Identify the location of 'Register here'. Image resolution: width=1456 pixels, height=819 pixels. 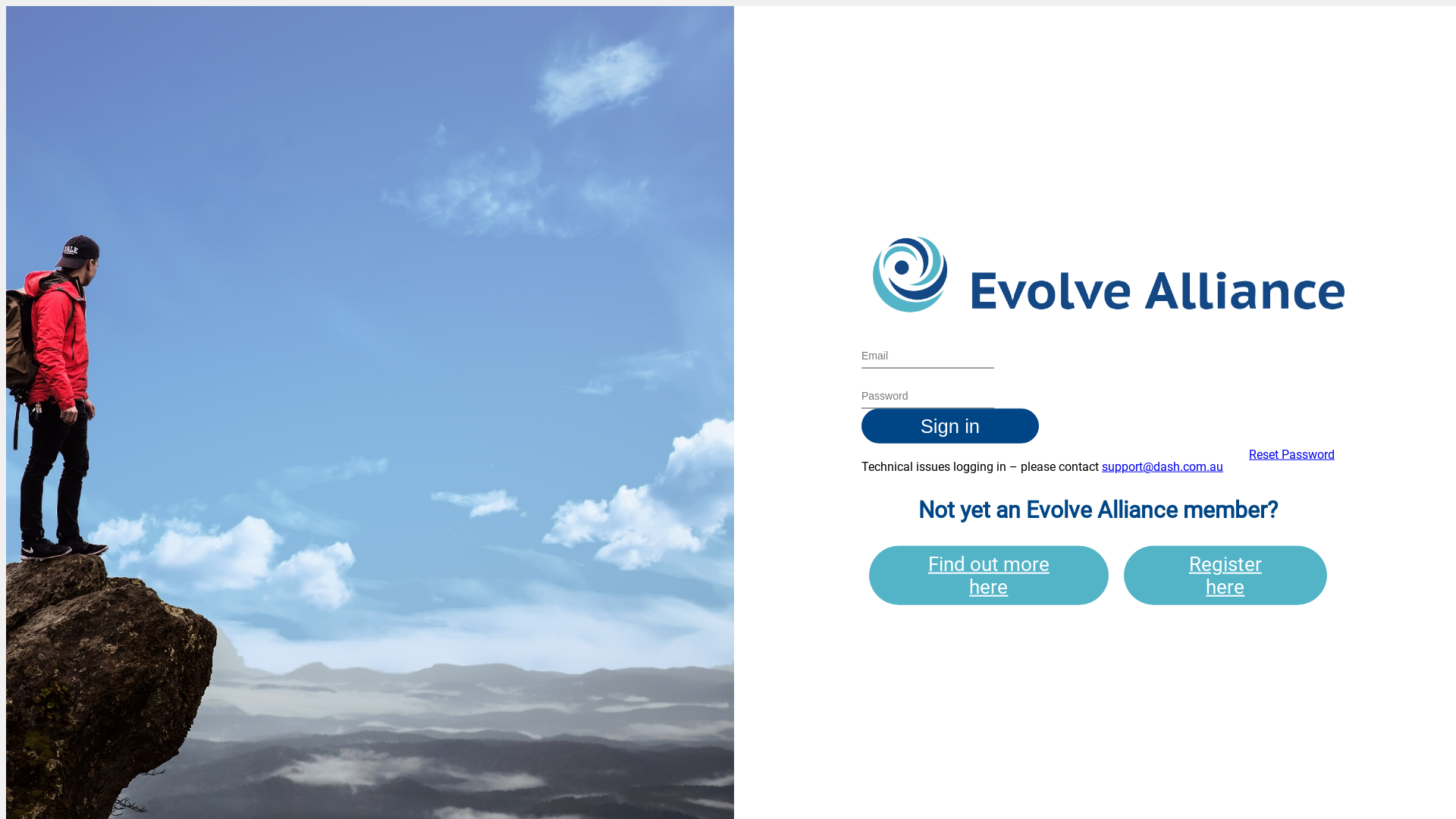
(1225, 575).